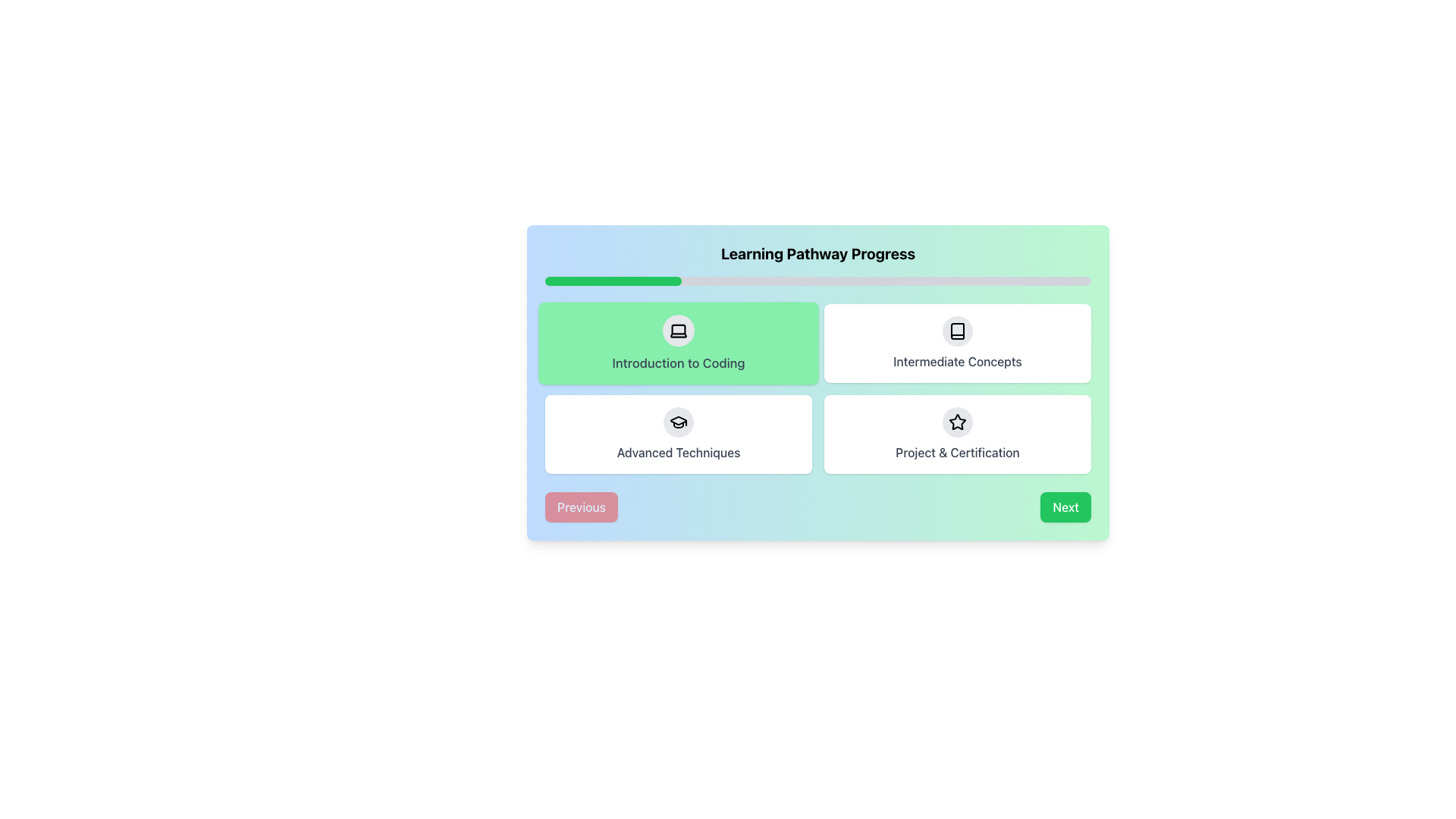 The height and width of the screenshot is (819, 1456). I want to click on the 'Intermediate Concepts' icon located in the second box of the top row of card-like sections in the learning pathway interface, so click(956, 330).